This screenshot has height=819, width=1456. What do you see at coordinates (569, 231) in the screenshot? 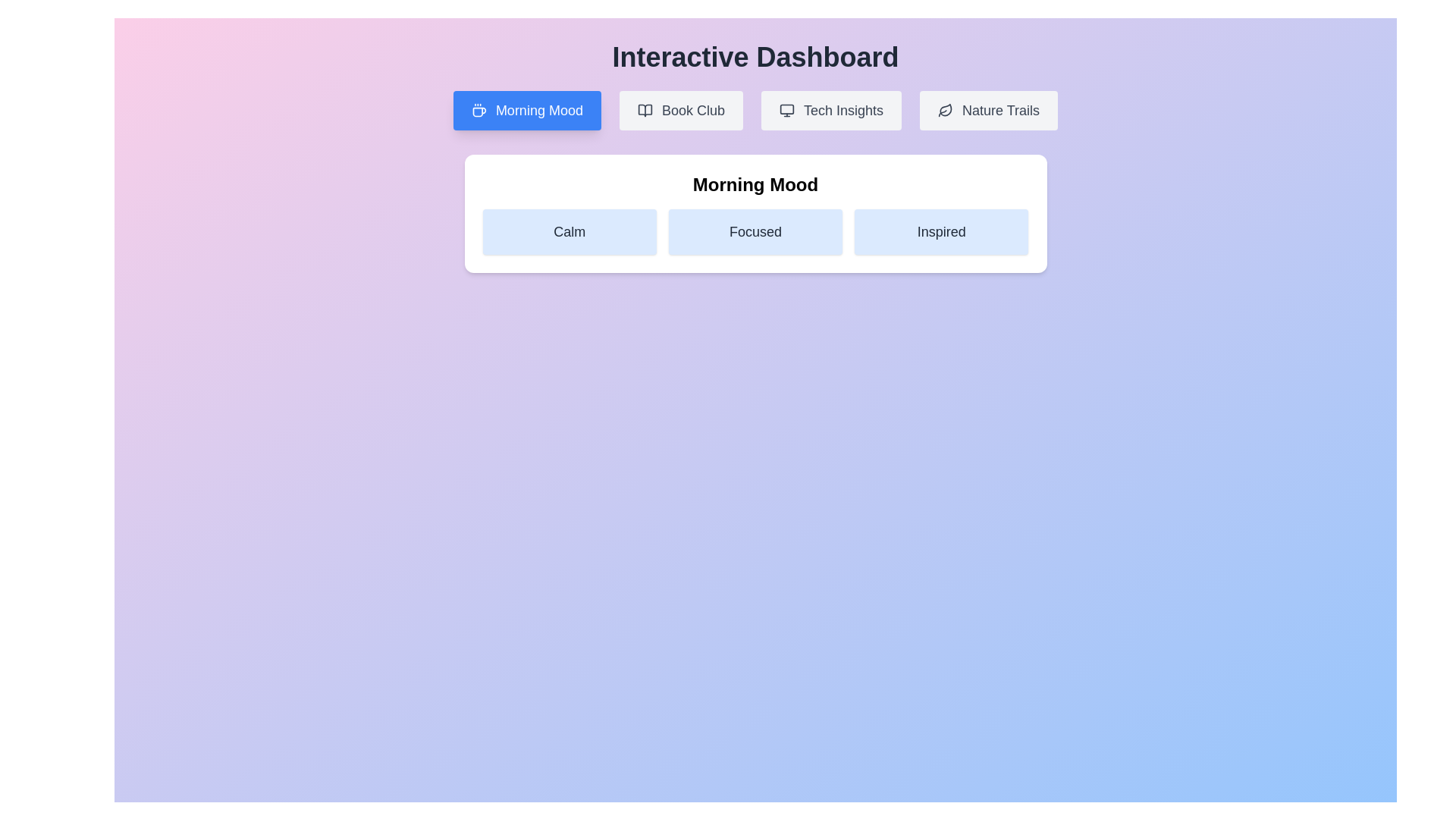
I see `the 'Calm' button, which is a bold text element inside a blue rectangular button in the 'Morning Mood' section of the Interactive Dashboard, to access its related functionality` at bounding box center [569, 231].